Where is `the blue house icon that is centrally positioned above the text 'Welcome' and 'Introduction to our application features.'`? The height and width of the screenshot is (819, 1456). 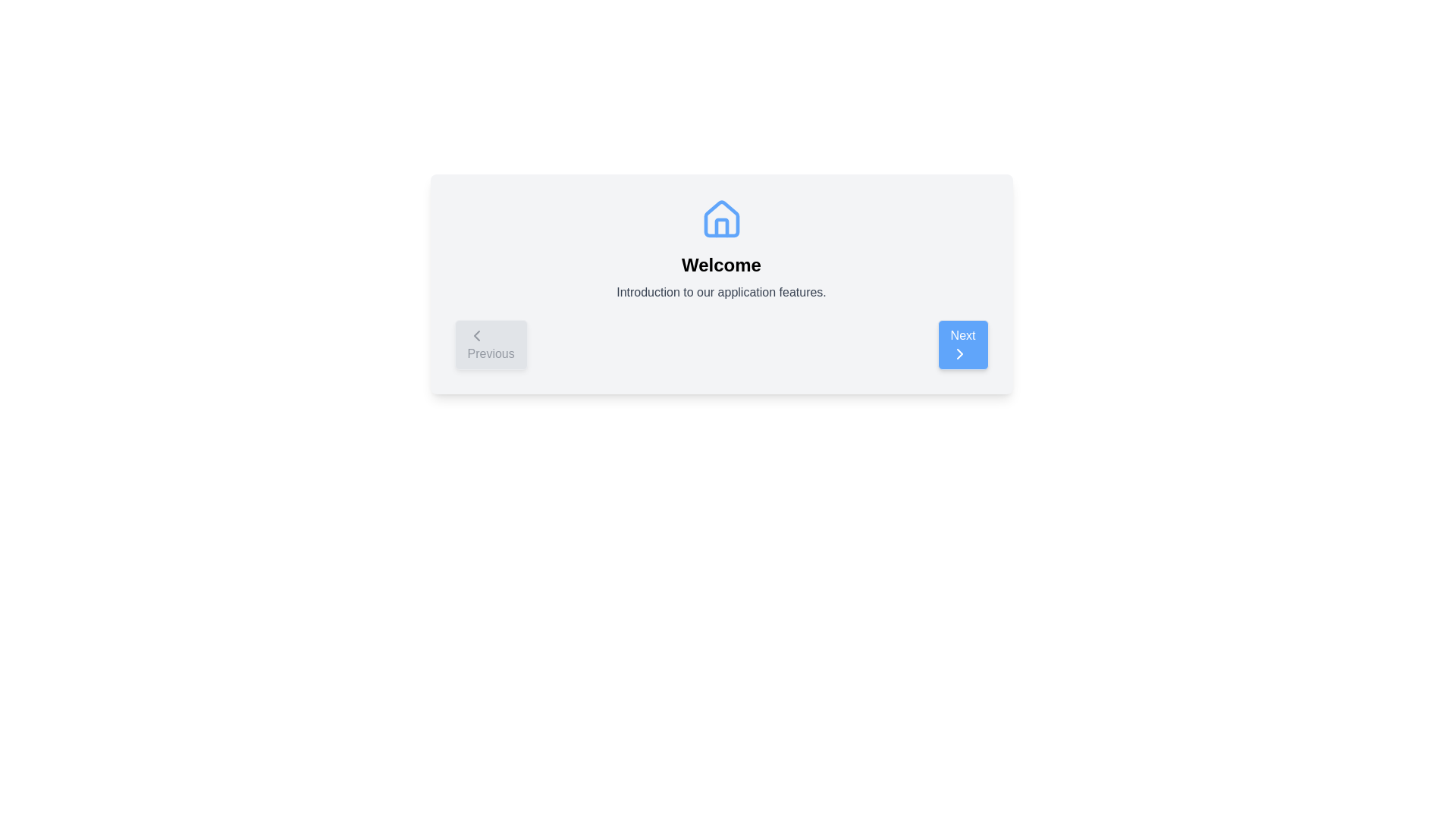 the blue house icon that is centrally positioned above the text 'Welcome' and 'Introduction to our application features.' is located at coordinates (720, 219).